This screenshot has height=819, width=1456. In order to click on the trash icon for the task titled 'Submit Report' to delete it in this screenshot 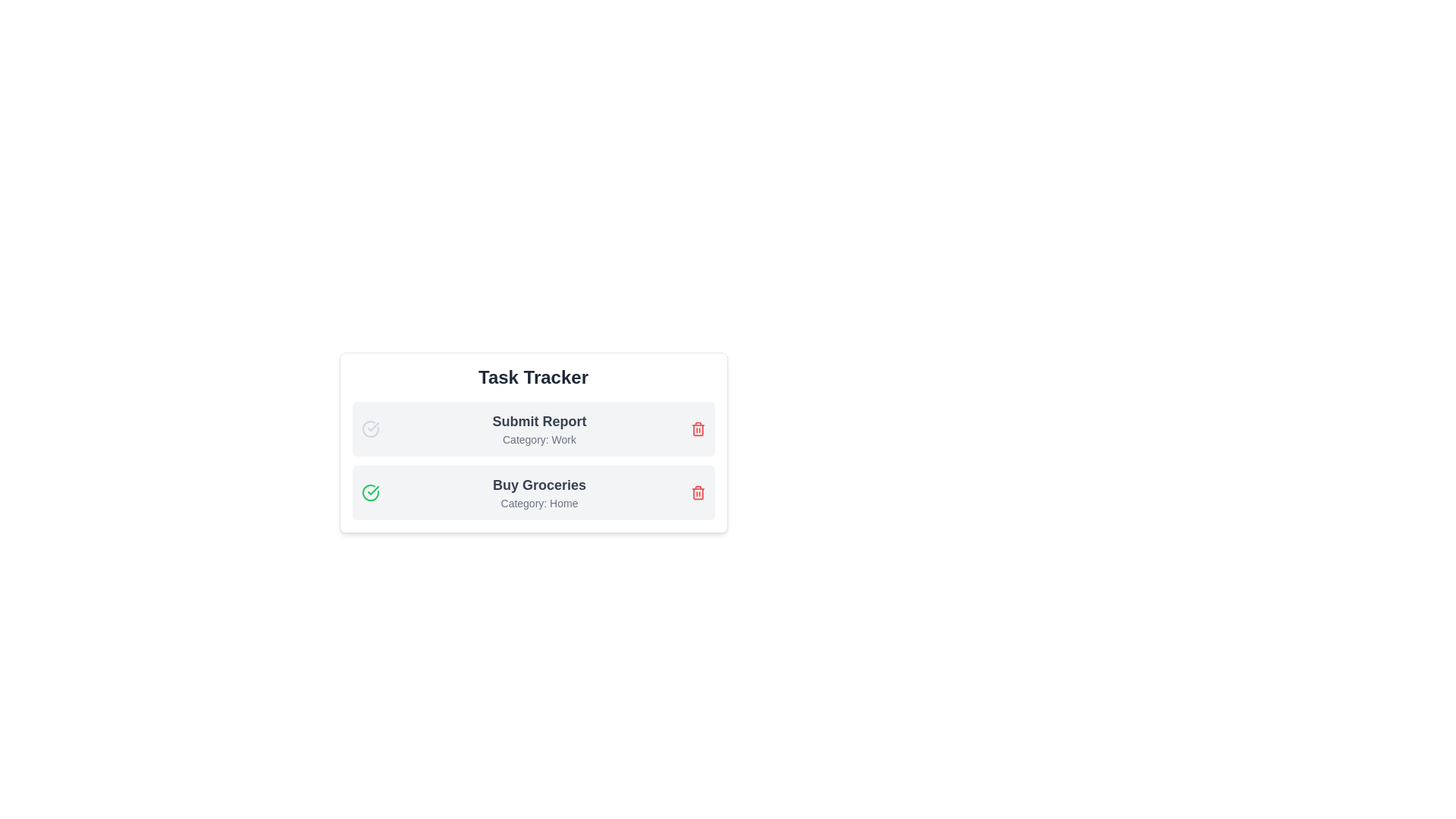, I will do `click(697, 429)`.